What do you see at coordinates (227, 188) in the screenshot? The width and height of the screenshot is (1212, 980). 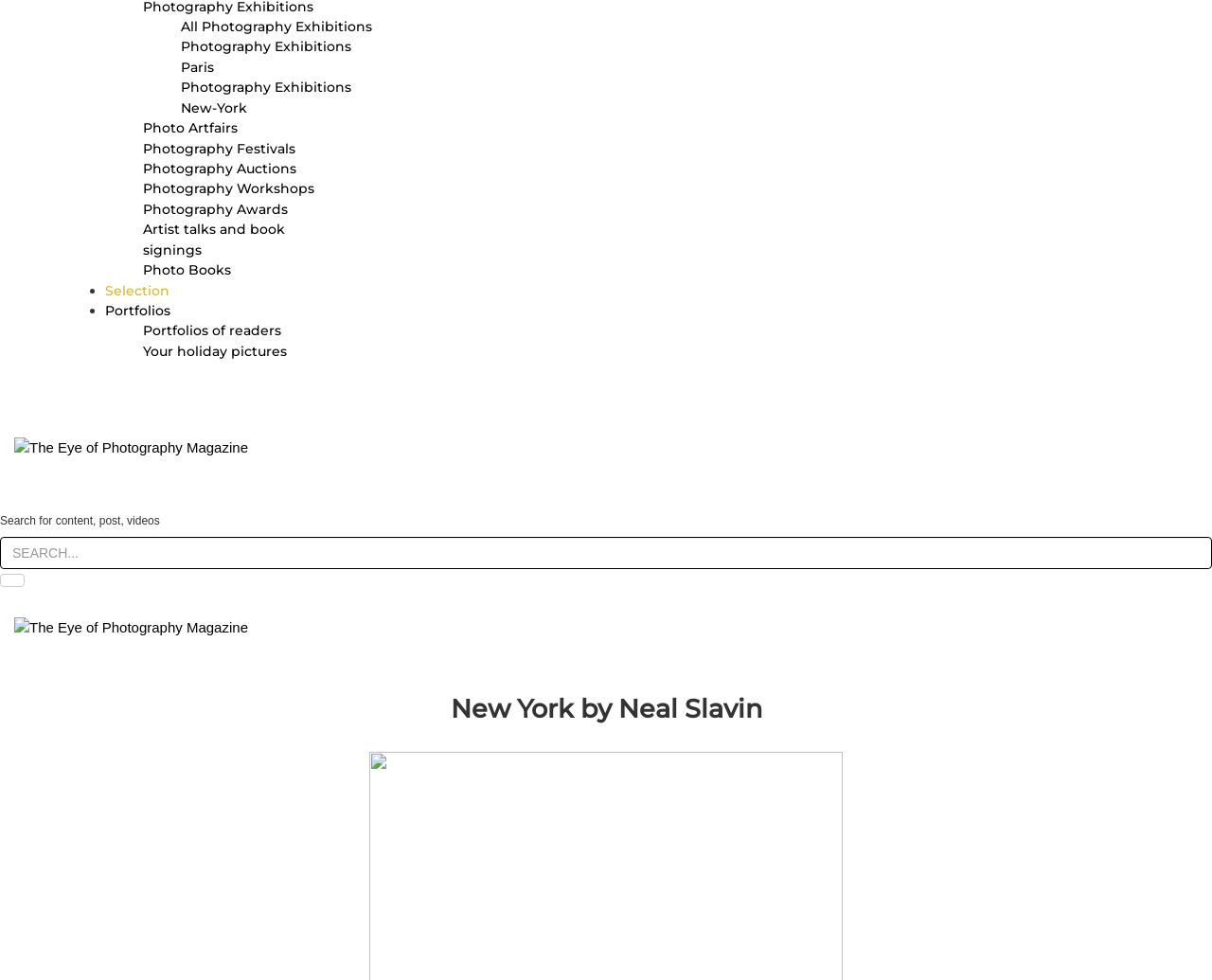 I see `'Photography Workshops'` at bounding box center [227, 188].